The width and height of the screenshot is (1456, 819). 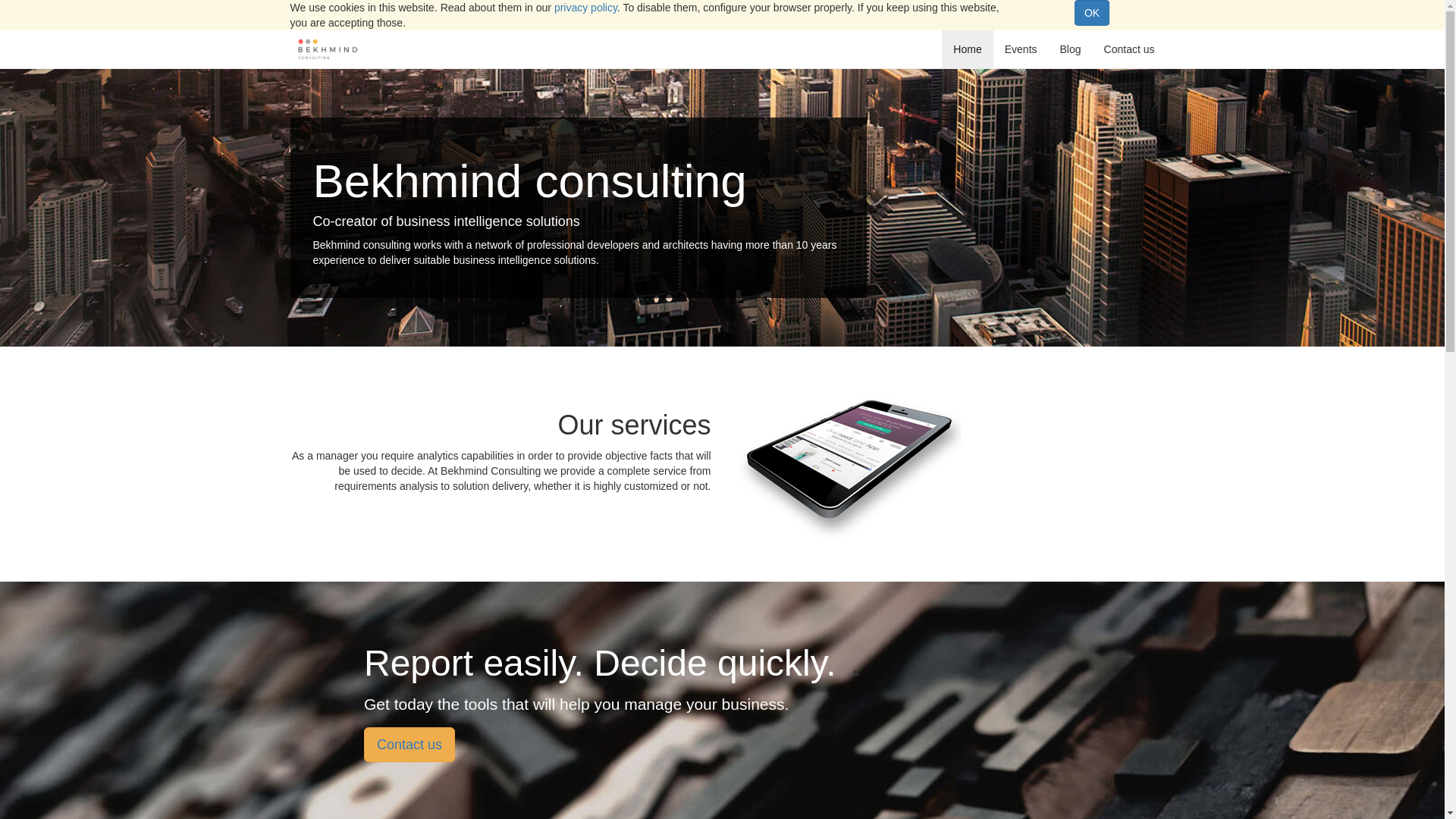 What do you see at coordinates (966, 49) in the screenshot?
I see `'Home'` at bounding box center [966, 49].